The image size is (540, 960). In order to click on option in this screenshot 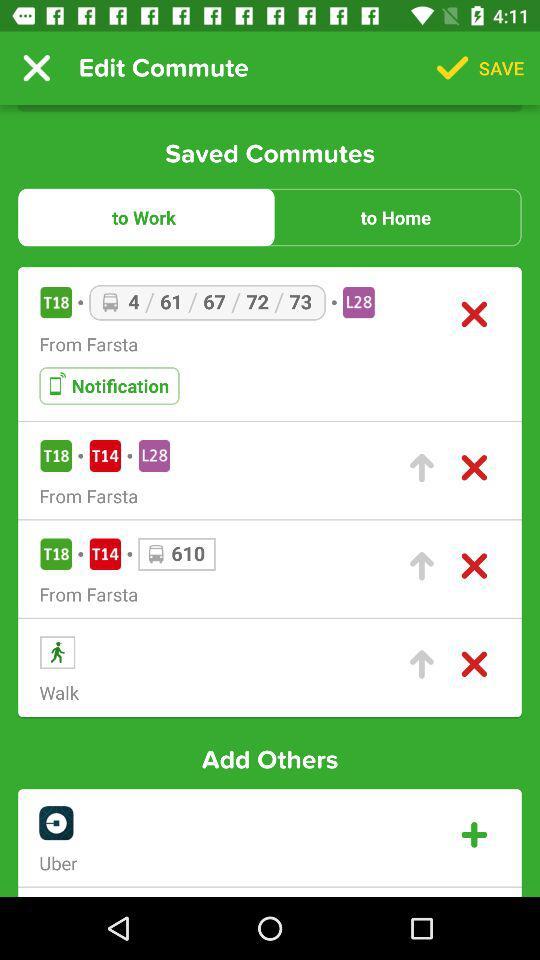, I will do `click(473, 835)`.